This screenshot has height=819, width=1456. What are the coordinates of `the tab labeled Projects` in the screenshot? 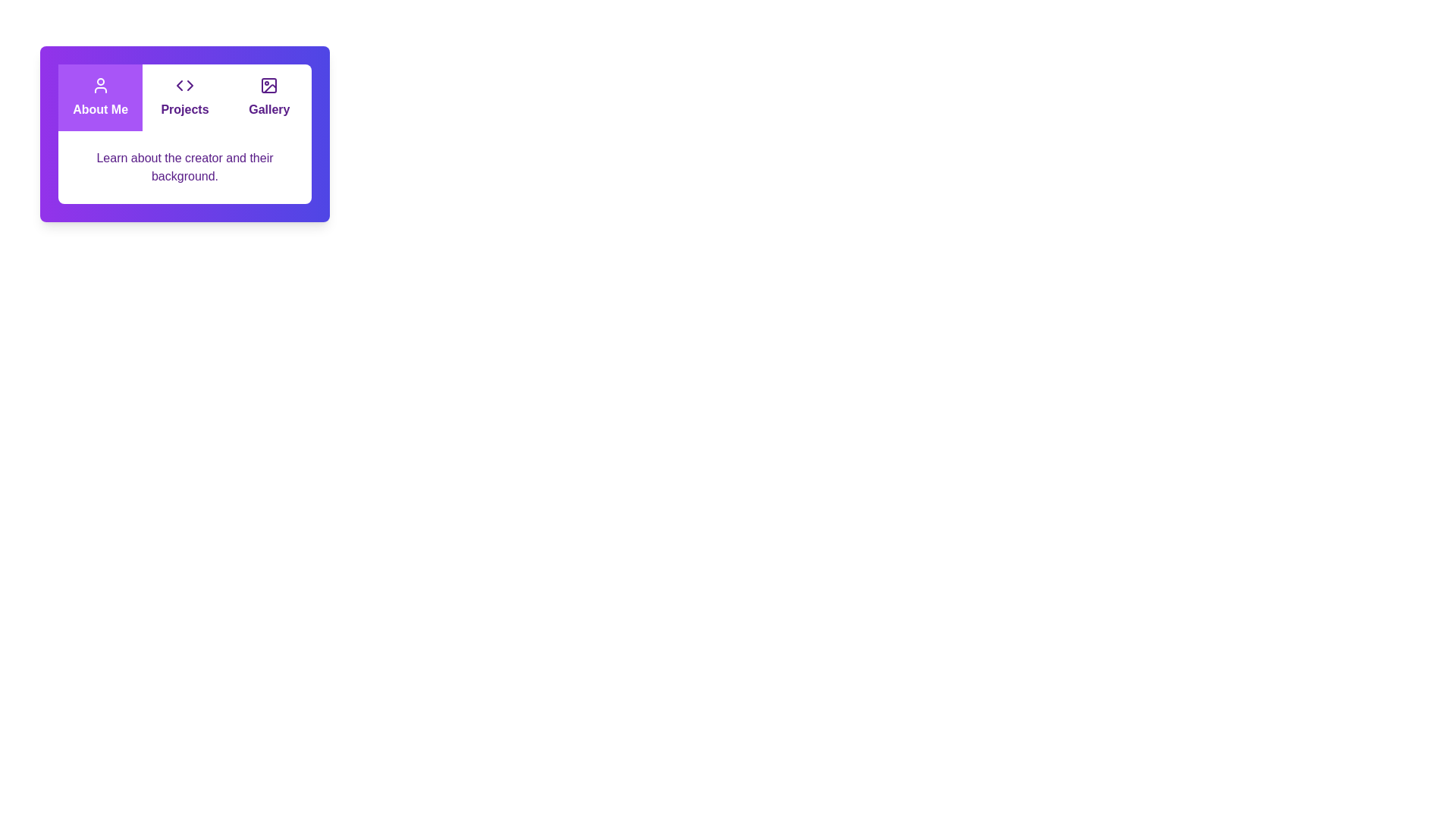 It's located at (184, 97).